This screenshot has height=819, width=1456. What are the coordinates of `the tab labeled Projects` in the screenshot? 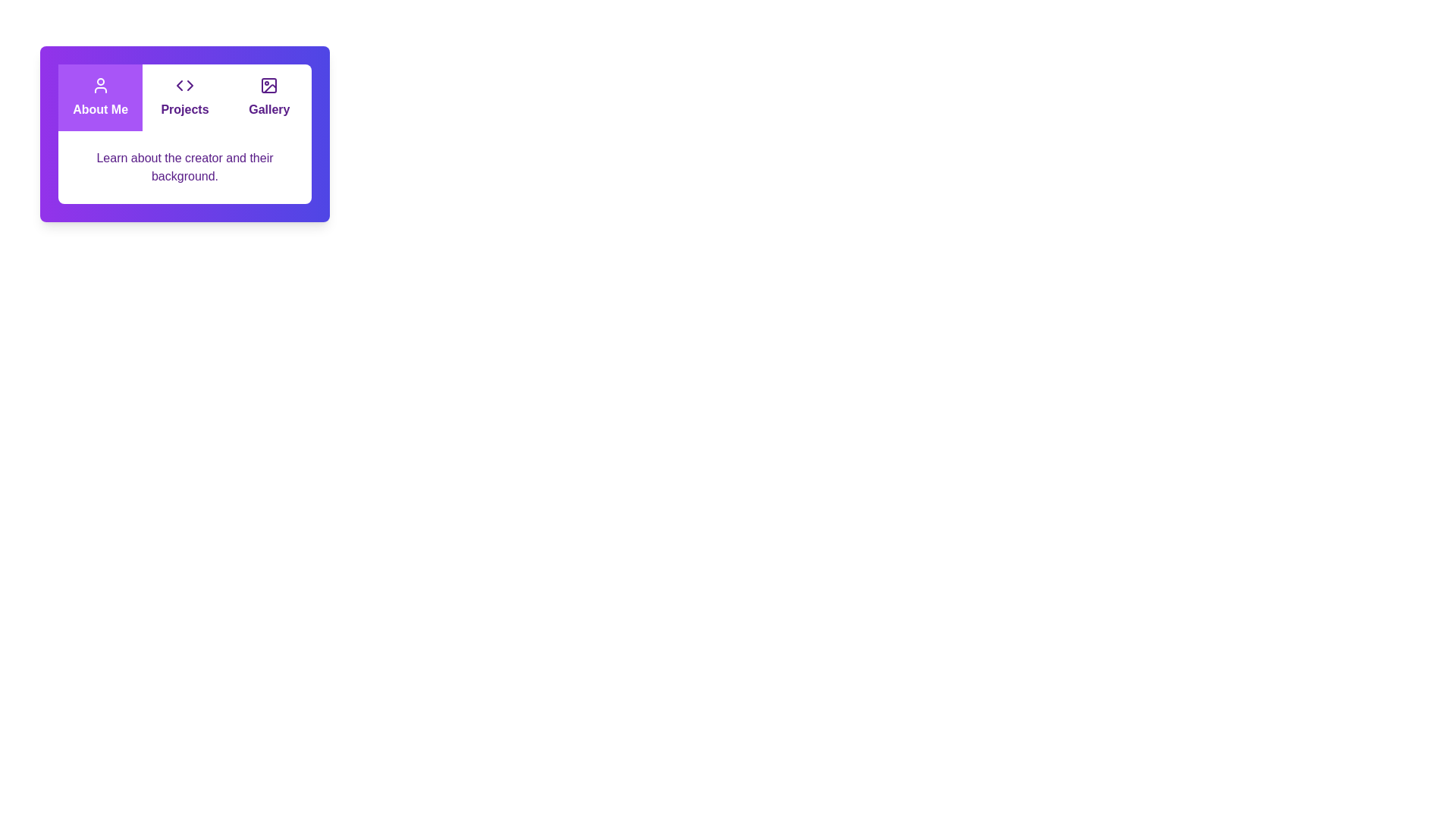 It's located at (184, 97).